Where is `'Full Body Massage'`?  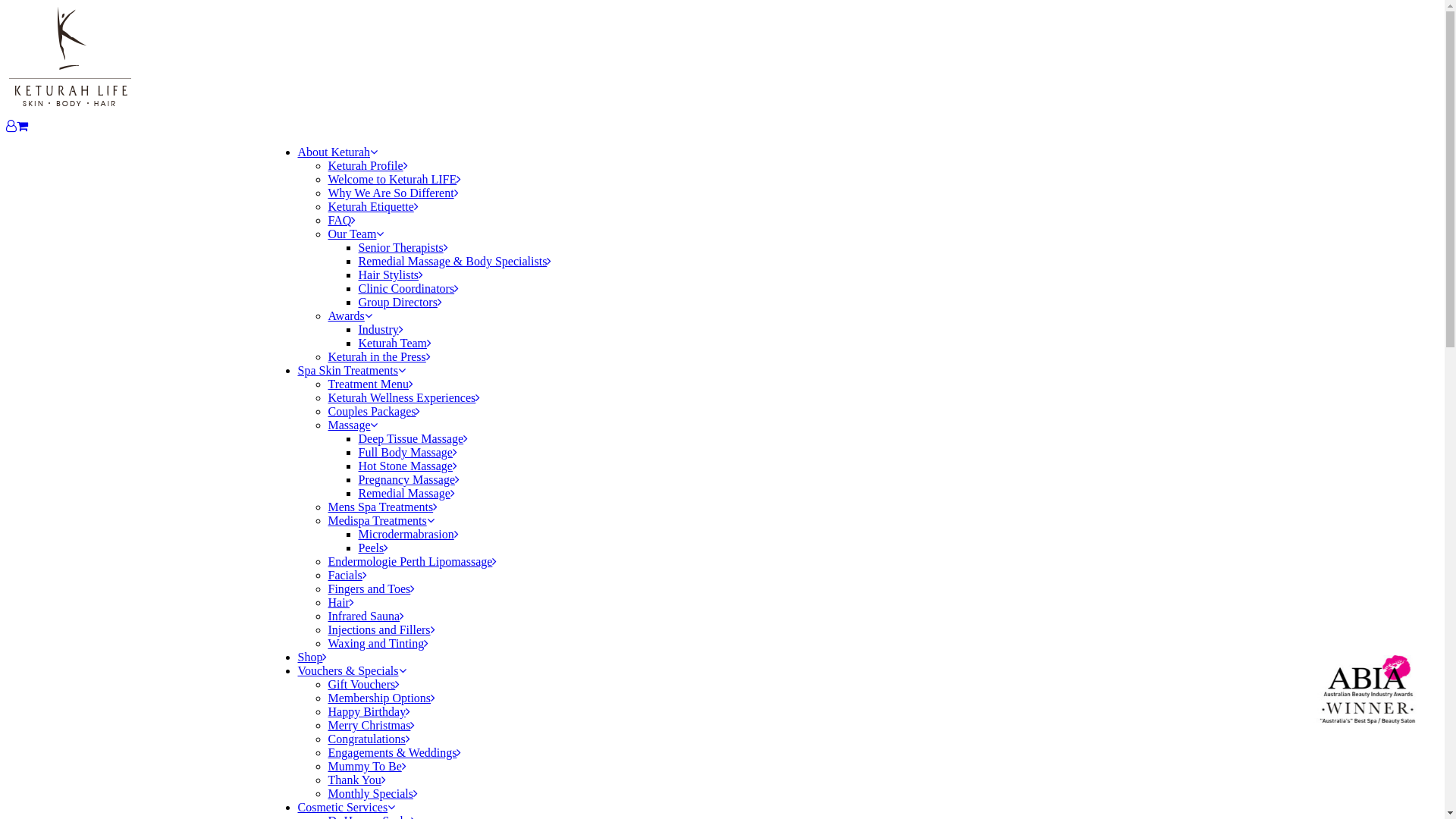 'Full Body Massage' is located at coordinates (407, 451).